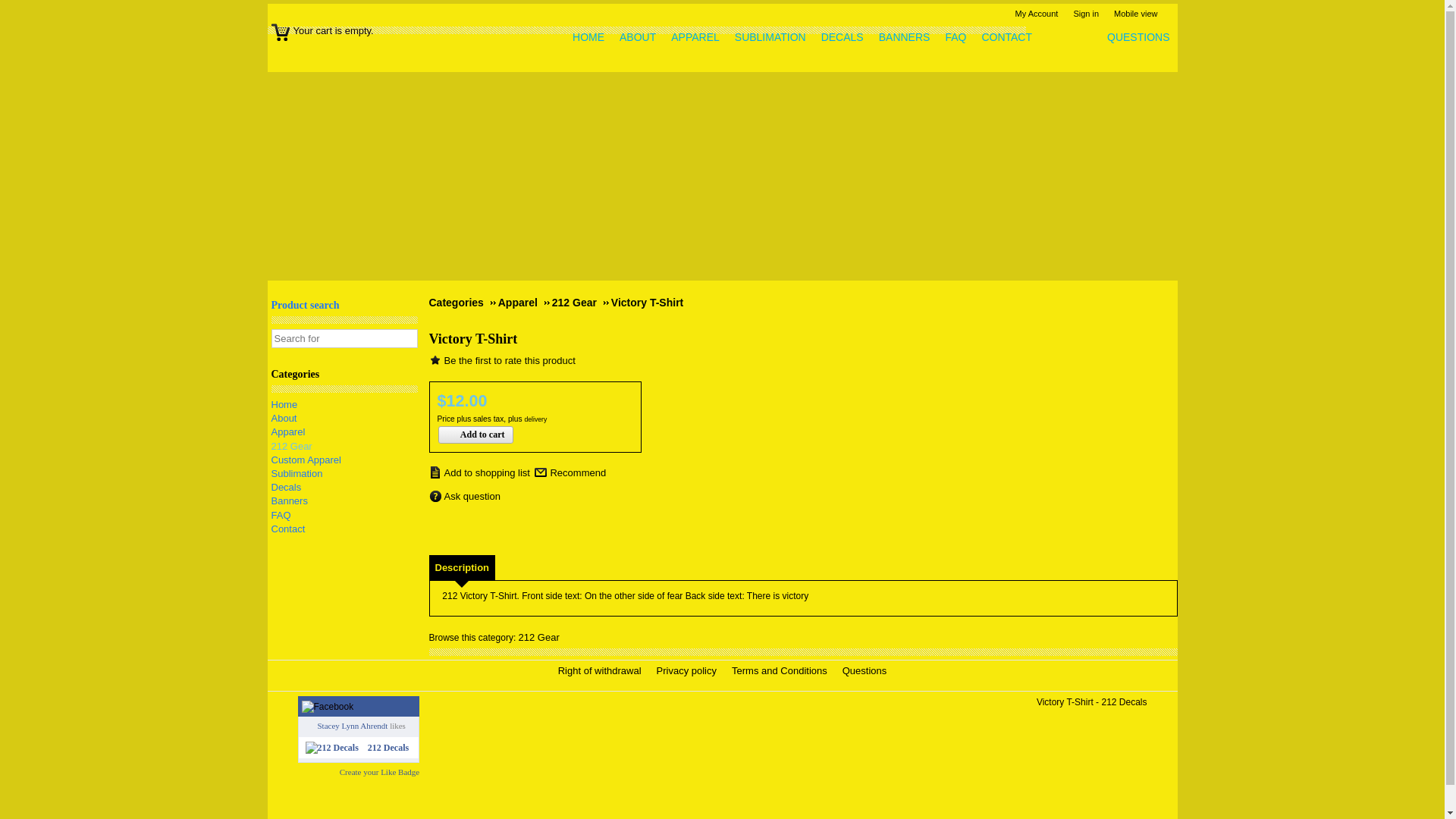 This screenshot has width=1456, height=819. Describe the element at coordinates (868, 670) in the screenshot. I see `'Questions'` at that location.